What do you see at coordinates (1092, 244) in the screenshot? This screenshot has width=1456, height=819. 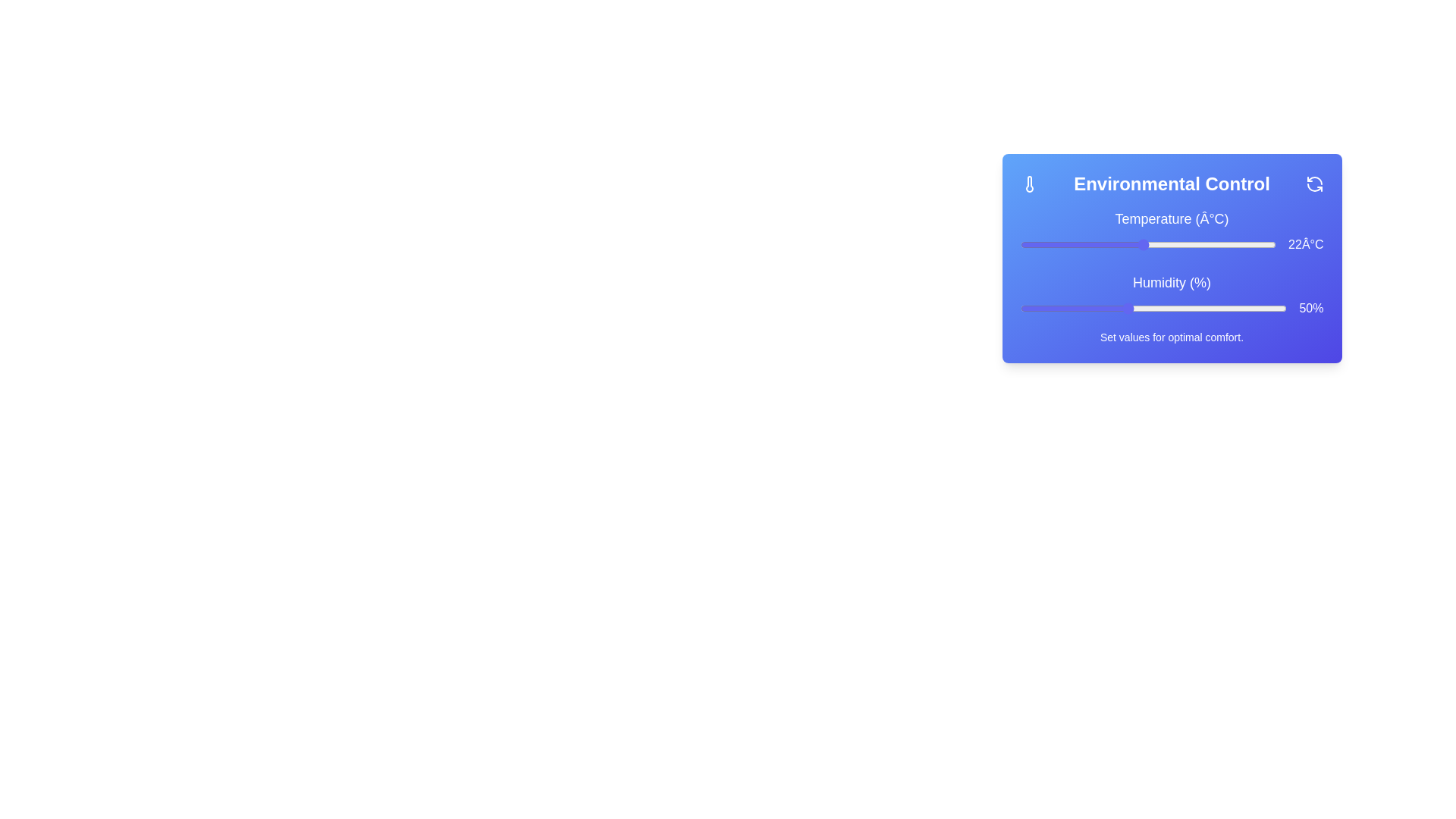 I see `the temperature slider to set the temperature to 17°C` at bounding box center [1092, 244].